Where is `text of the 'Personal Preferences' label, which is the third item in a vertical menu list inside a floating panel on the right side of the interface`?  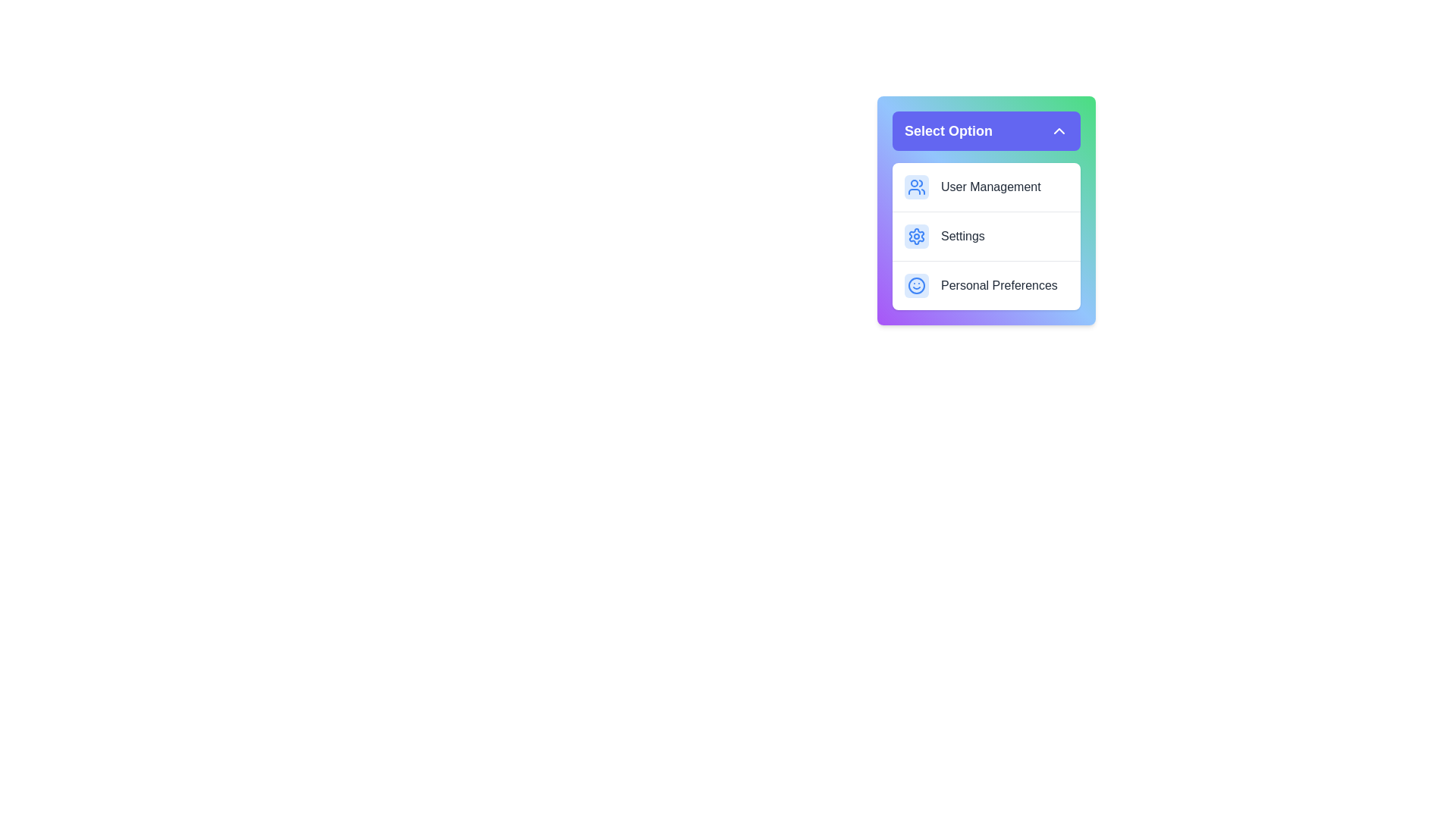 text of the 'Personal Preferences' label, which is the third item in a vertical menu list inside a floating panel on the right side of the interface is located at coordinates (999, 286).